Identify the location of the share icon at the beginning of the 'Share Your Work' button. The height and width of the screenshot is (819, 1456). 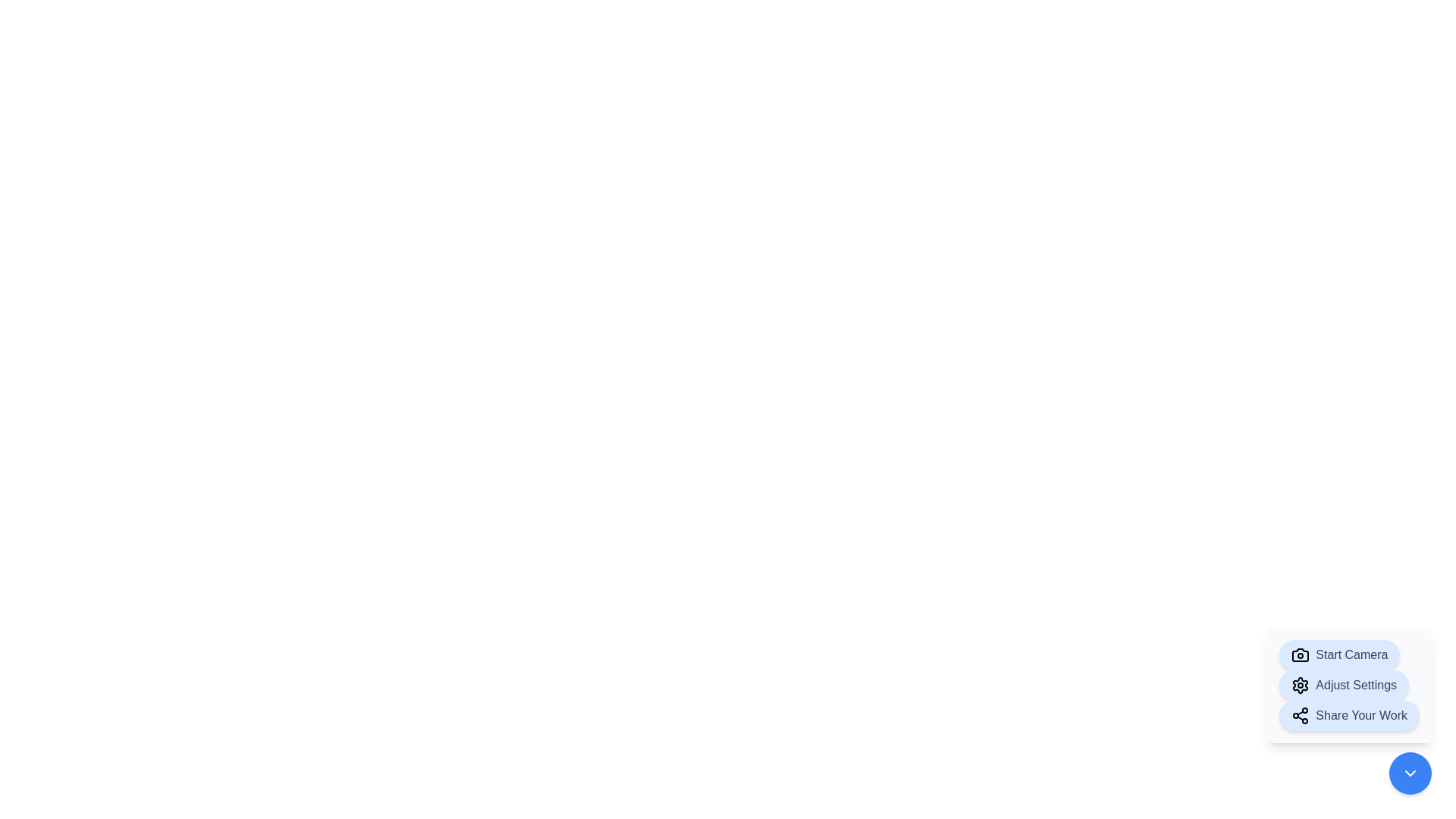
(1300, 716).